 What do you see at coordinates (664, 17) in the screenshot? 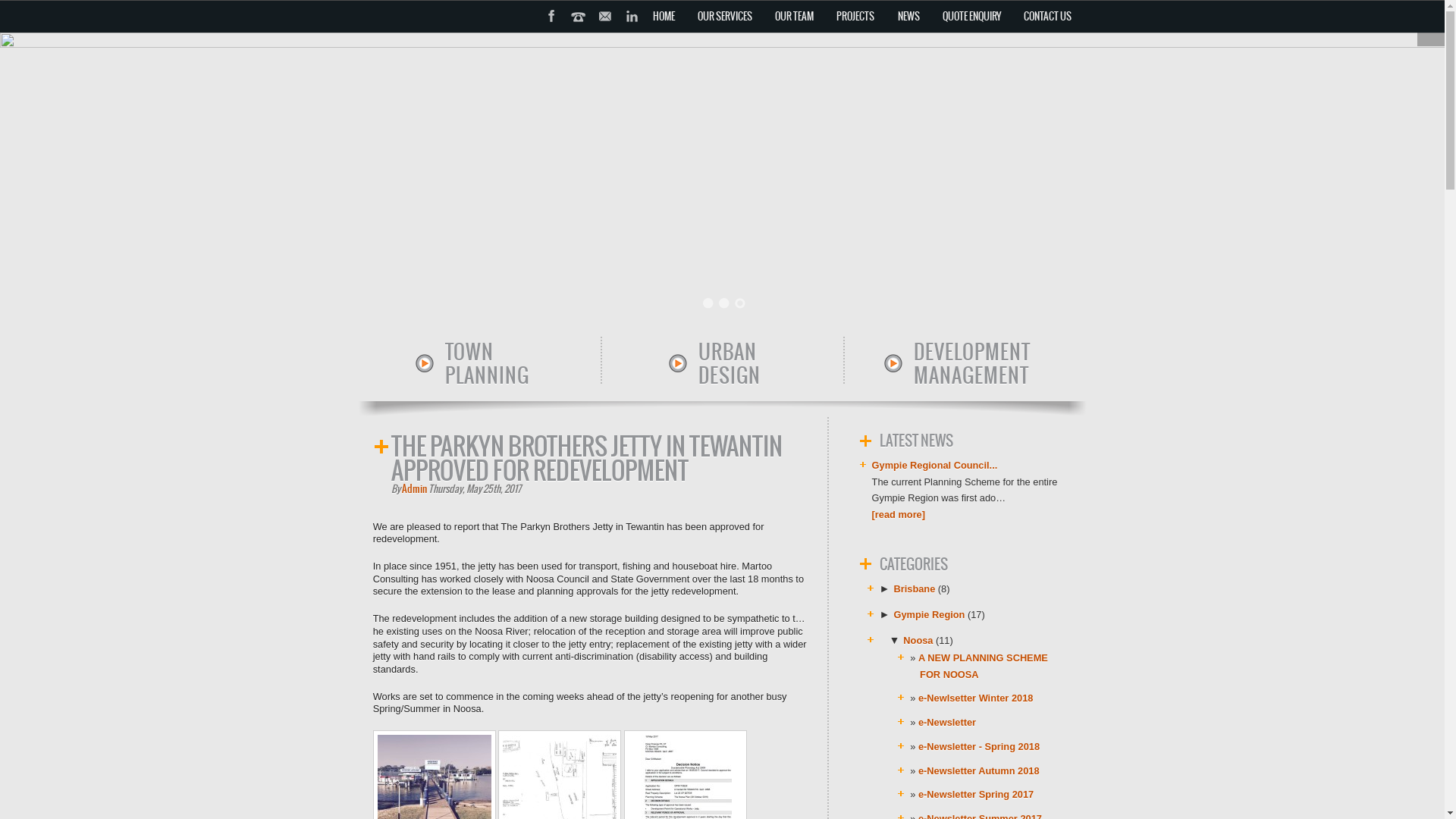
I see `'HOME'` at bounding box center [664, 17].